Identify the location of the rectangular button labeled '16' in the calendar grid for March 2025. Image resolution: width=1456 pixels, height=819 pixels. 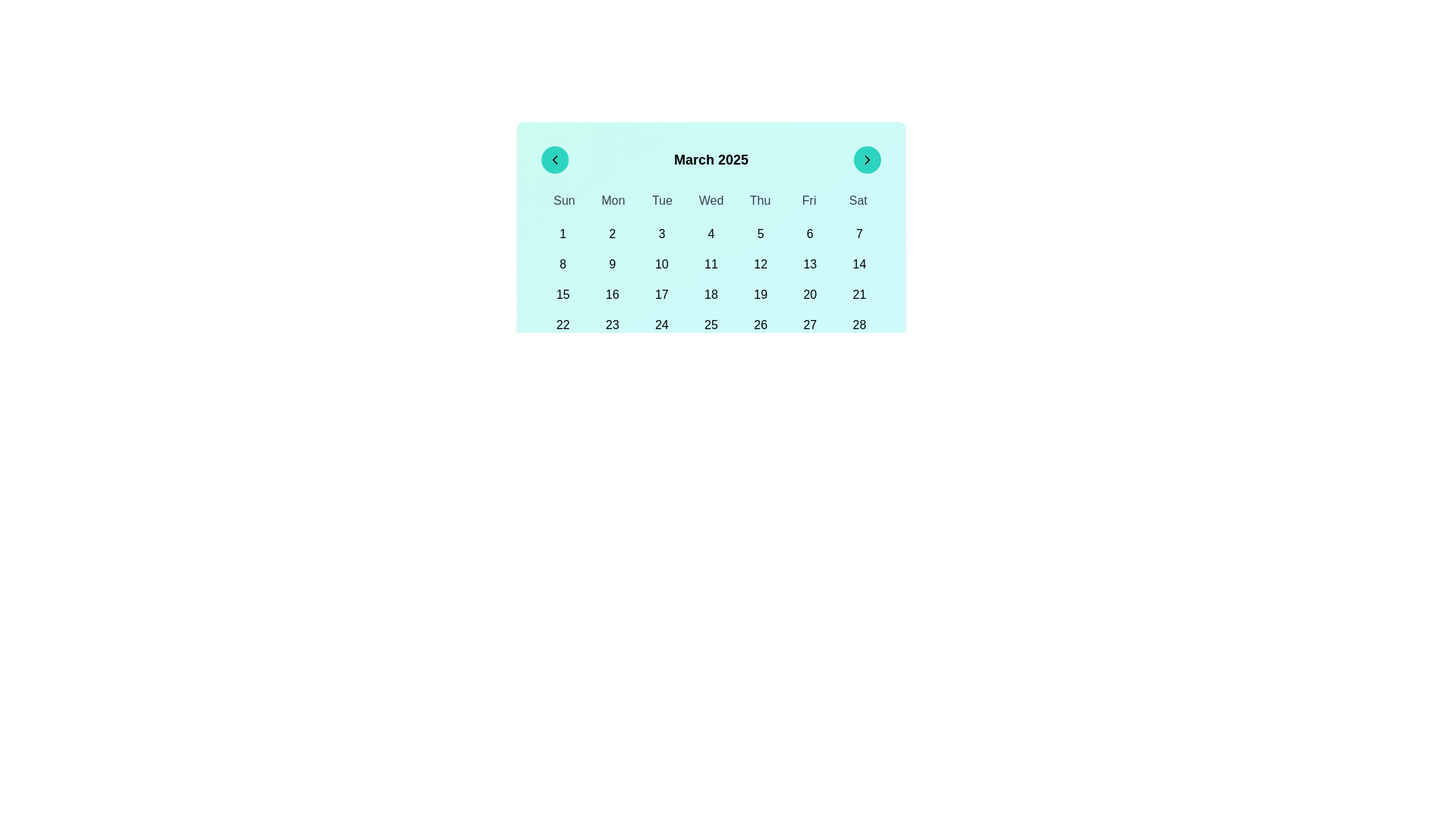
(612, 295).